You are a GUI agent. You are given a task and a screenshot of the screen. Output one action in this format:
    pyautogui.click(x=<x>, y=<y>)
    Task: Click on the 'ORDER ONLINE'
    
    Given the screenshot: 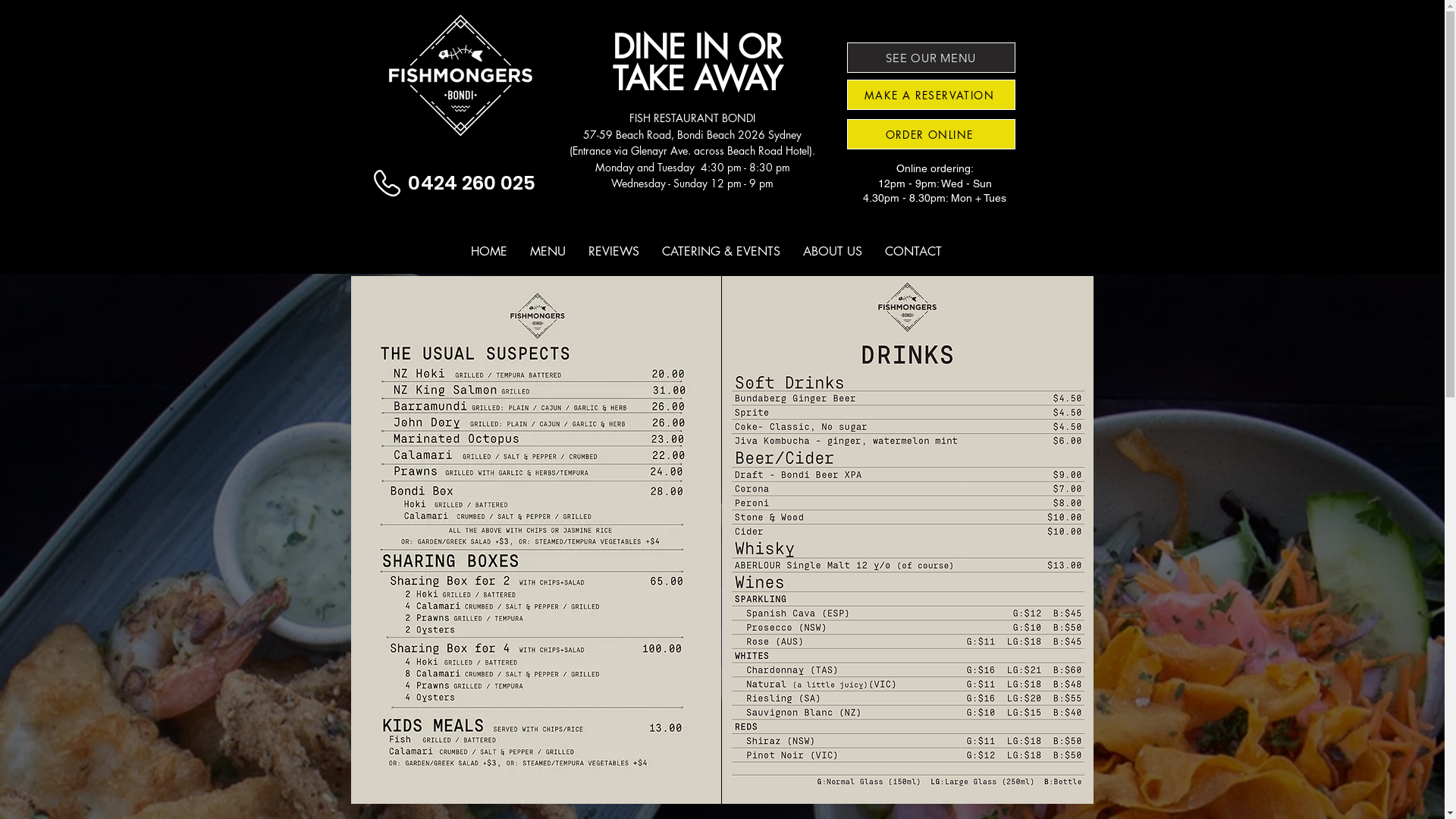 What is the action you would take?
    pyautogui.click(x=930, y=133)
    